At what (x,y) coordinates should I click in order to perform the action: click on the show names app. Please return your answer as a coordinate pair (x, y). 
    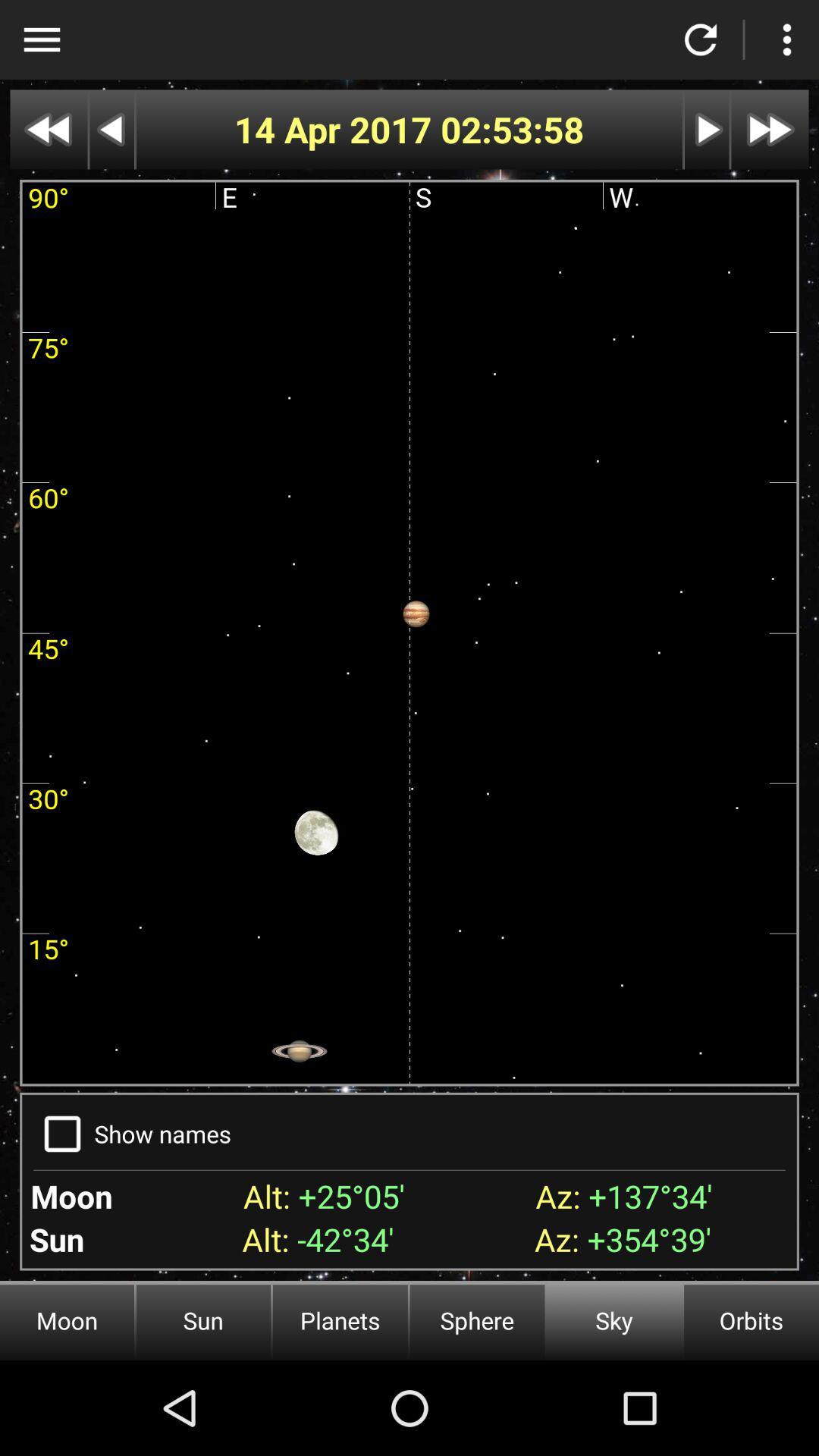
    Looking at the image, I should click on (162, 1134).